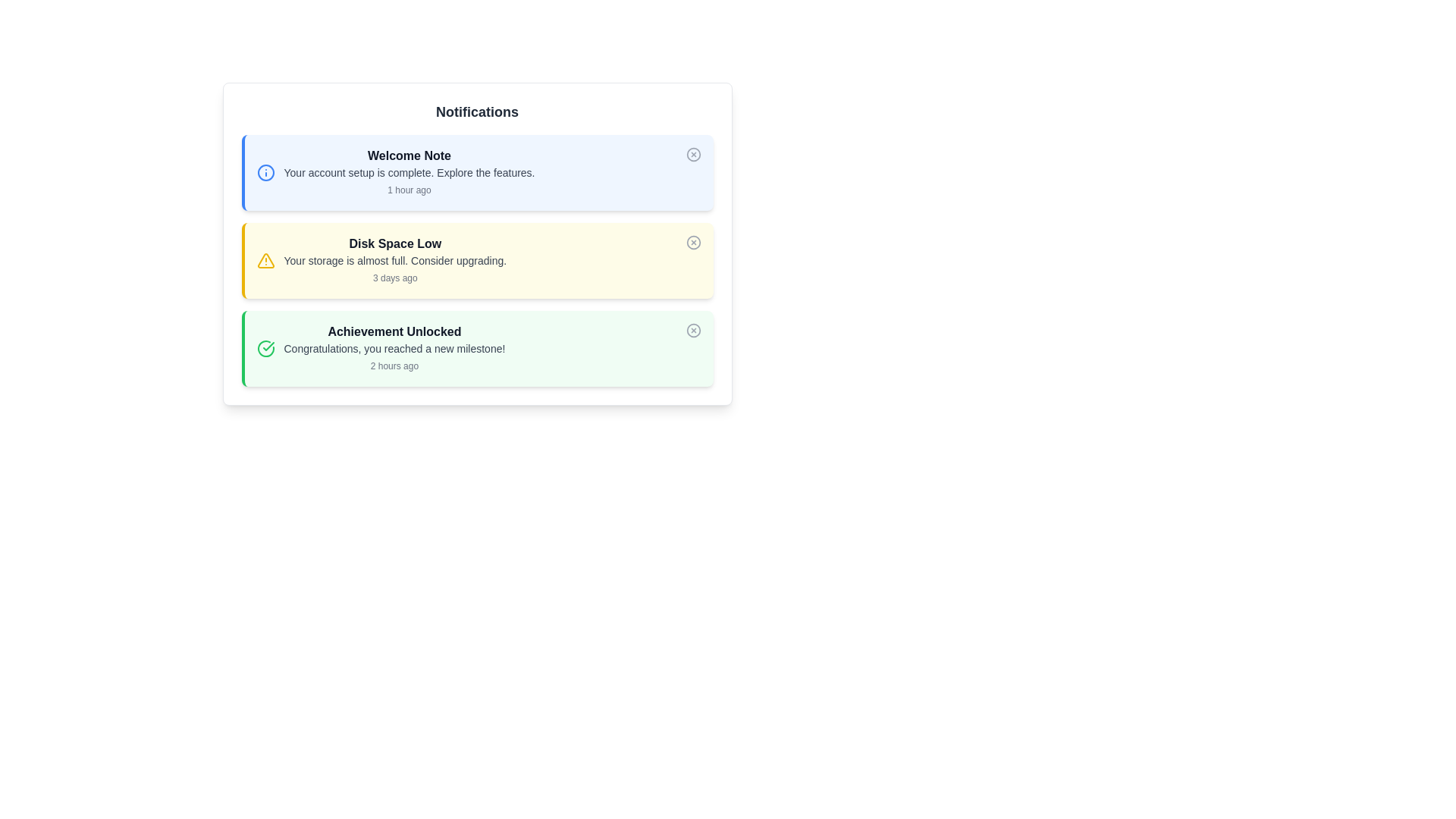 Image resolution: width=1456 pixels, height=819 pixels. I want to click on the warning icon, which is a triangular icon located to the left of the 'Disk Space Low' text in the second notification card with a light yellow background, to interpret its visual communication, so click(265, 259).